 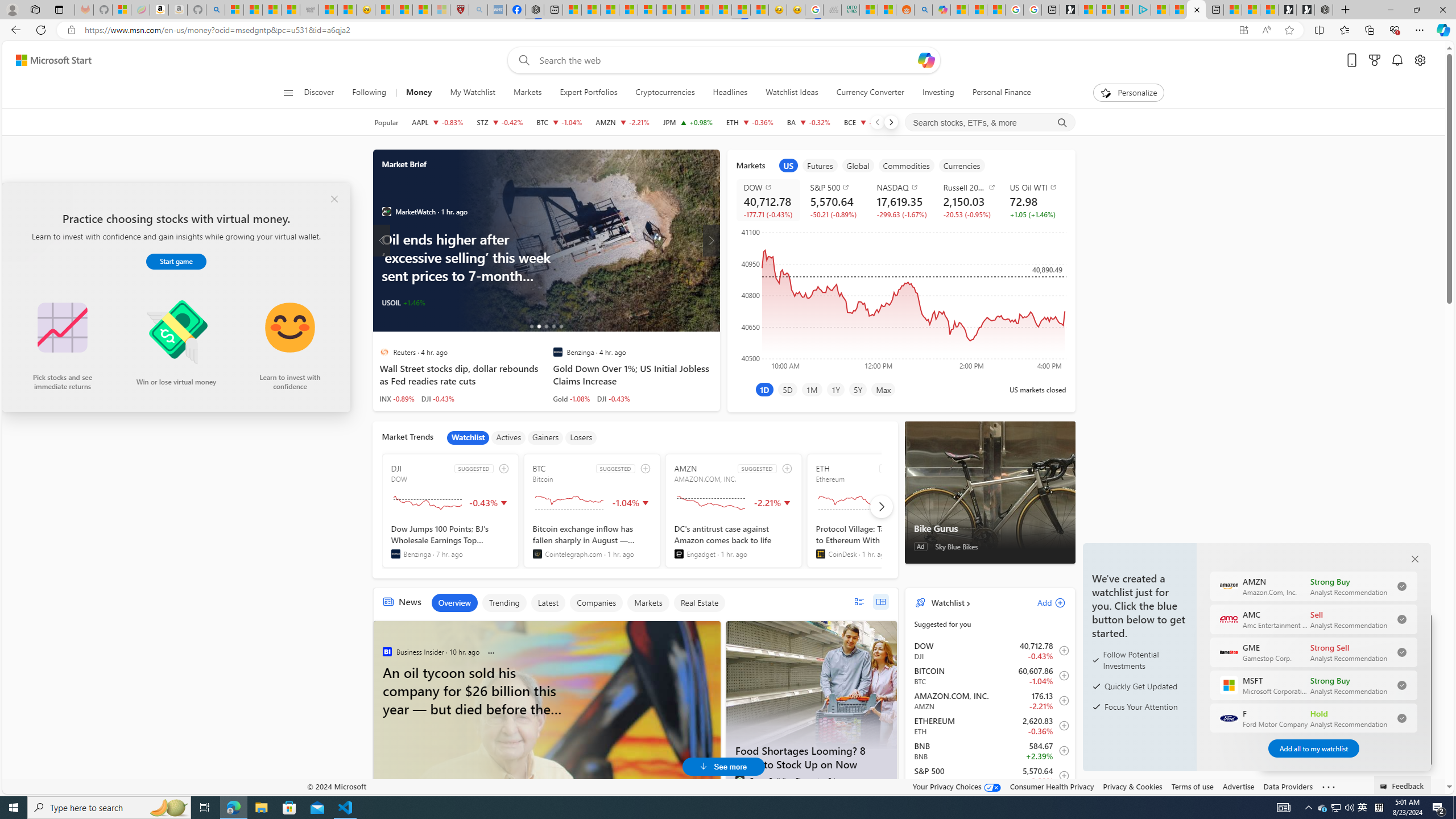 I want to click on '5Y', so click(x=858, y=388).